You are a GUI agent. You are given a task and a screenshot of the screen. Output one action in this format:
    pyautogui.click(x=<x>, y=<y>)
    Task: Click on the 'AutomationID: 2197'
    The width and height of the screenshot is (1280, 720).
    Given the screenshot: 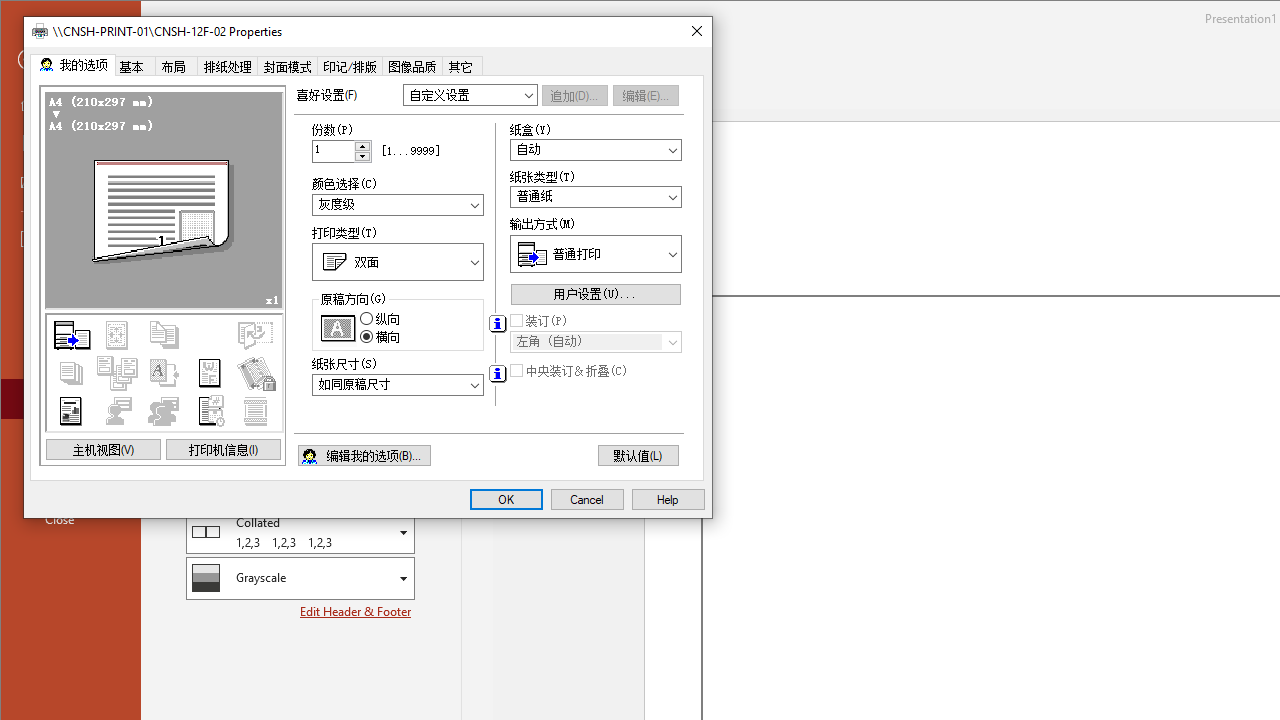 What is the action you would take?
    pyautogui.click(x=497, y=323)
    